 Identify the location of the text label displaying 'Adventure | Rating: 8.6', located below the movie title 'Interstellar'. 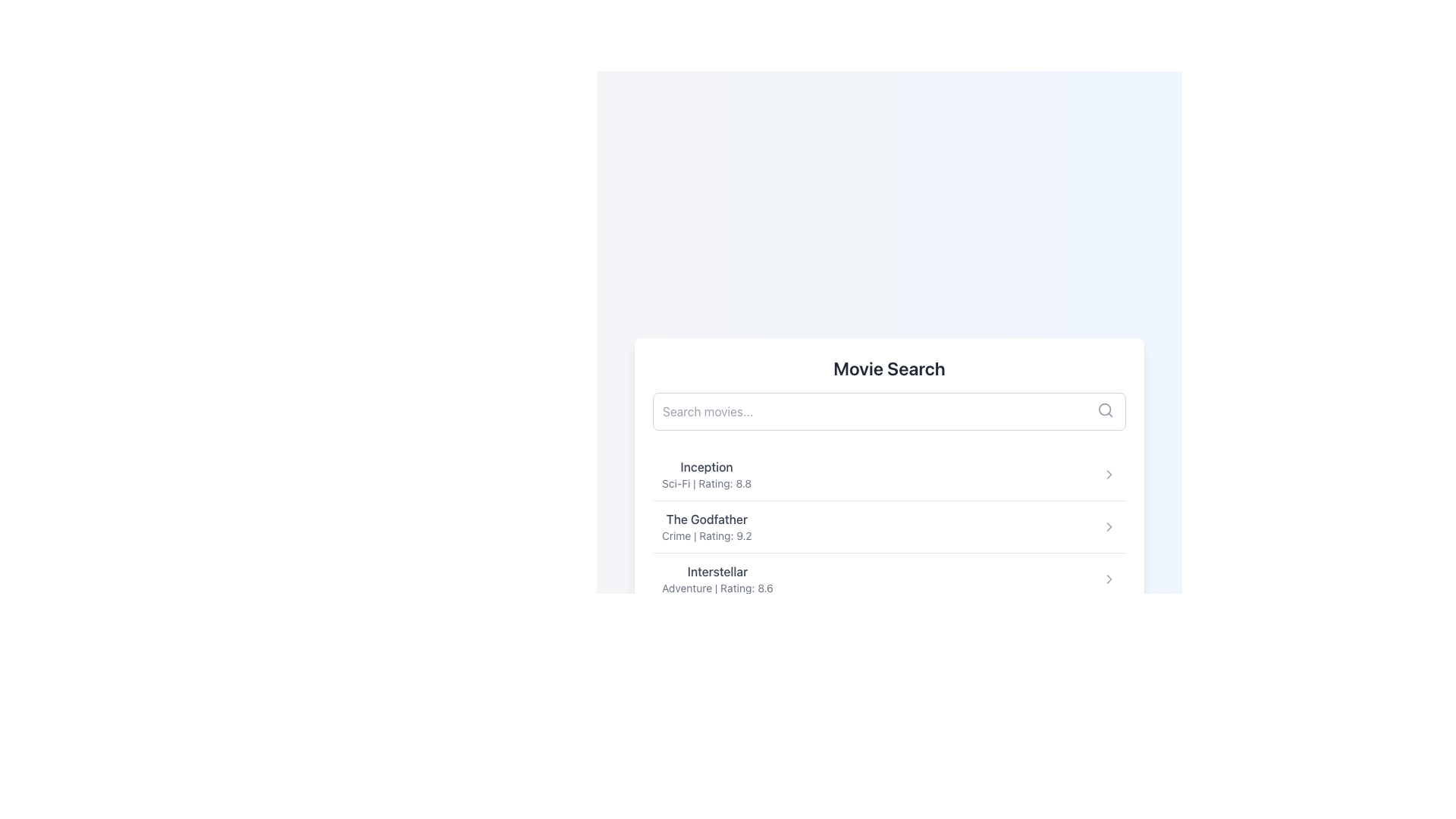
(717, 587).